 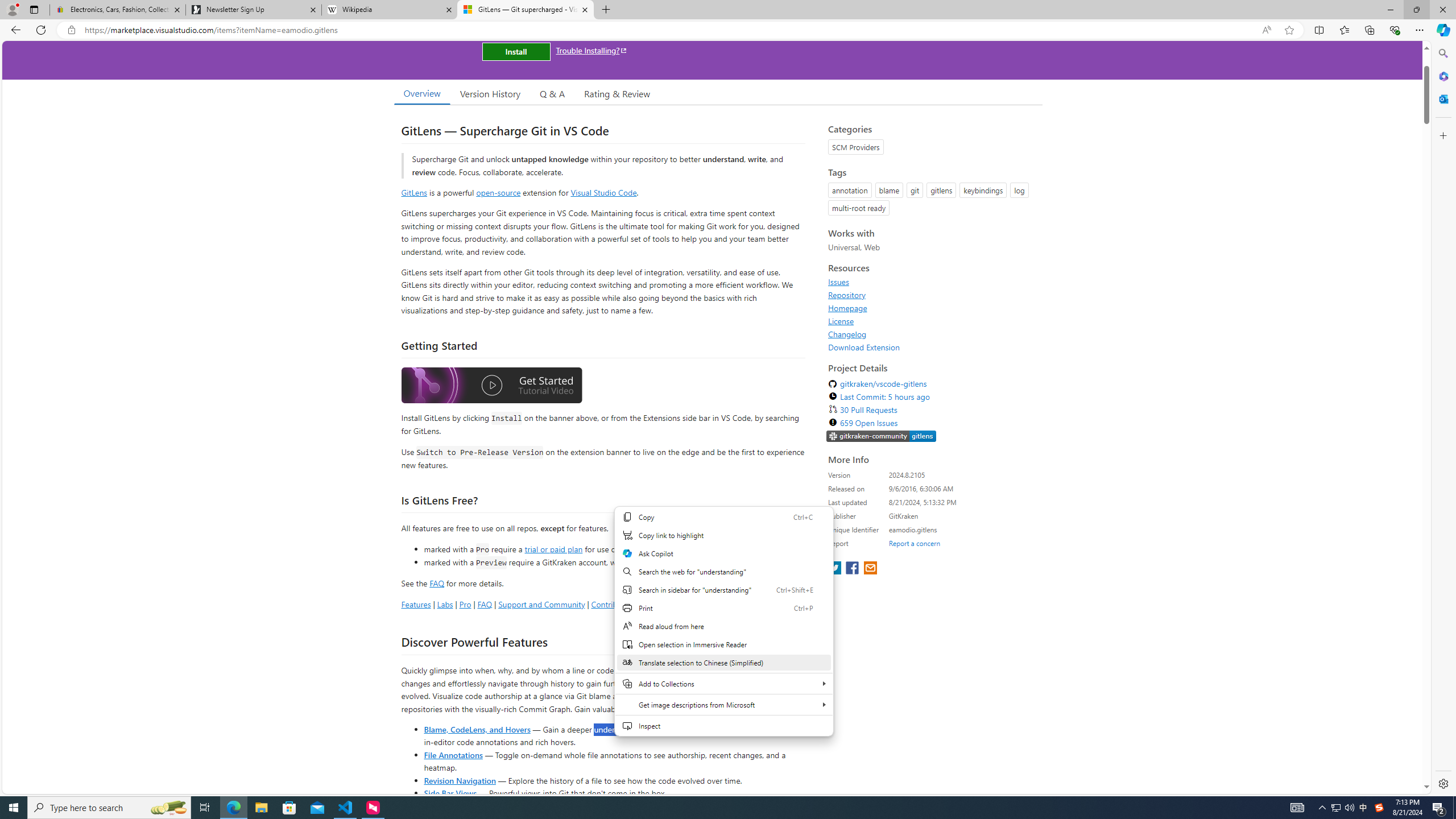 What do you see at coordinates (453, 754) in the screenshot?
I see `'File Annotations'` at bounding box center [453, 754].